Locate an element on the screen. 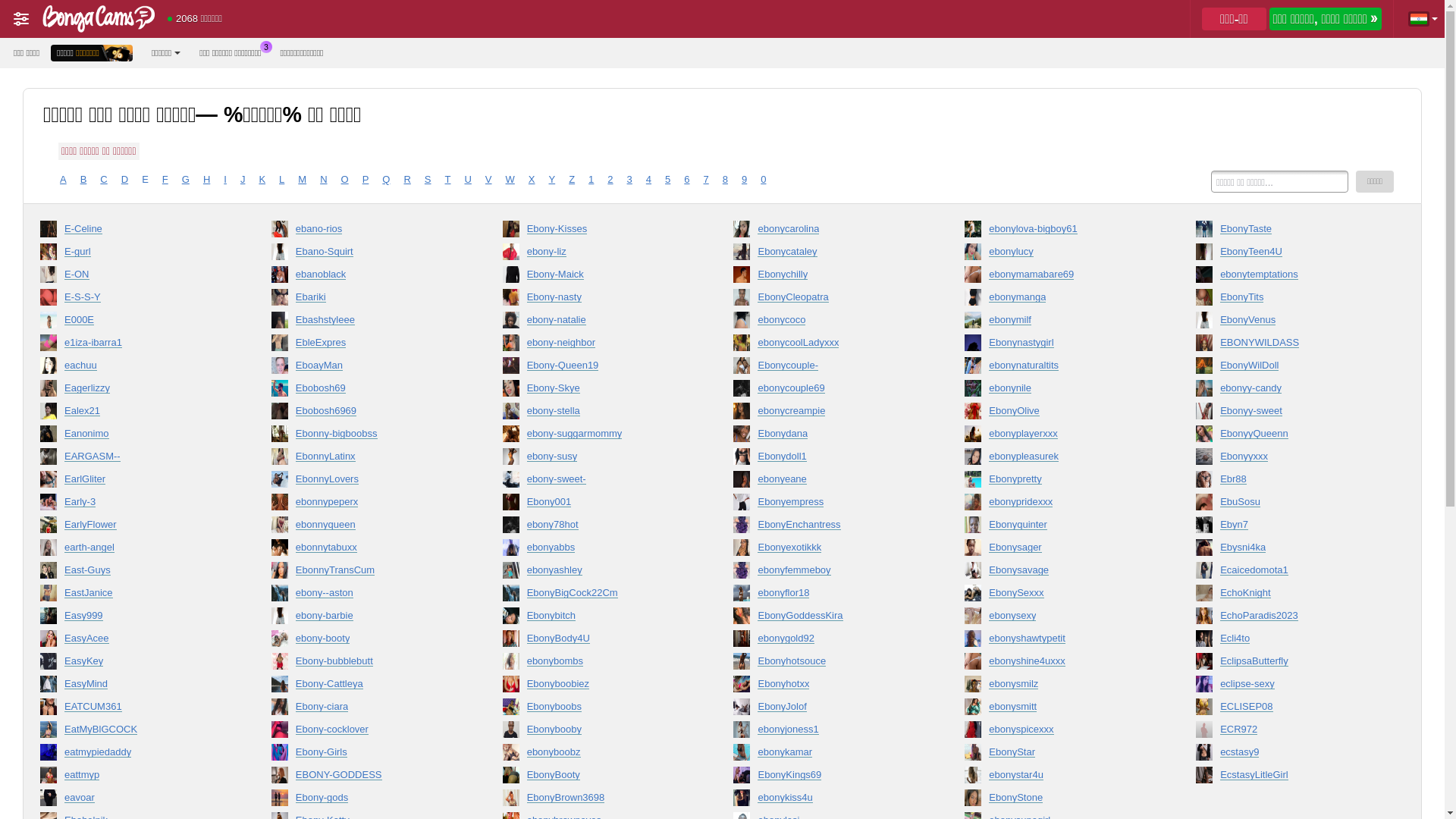 Image resolution: width=1456 pixels, height=819 pixels. 'ebonycreampie' is located at coordinates (826, 414).